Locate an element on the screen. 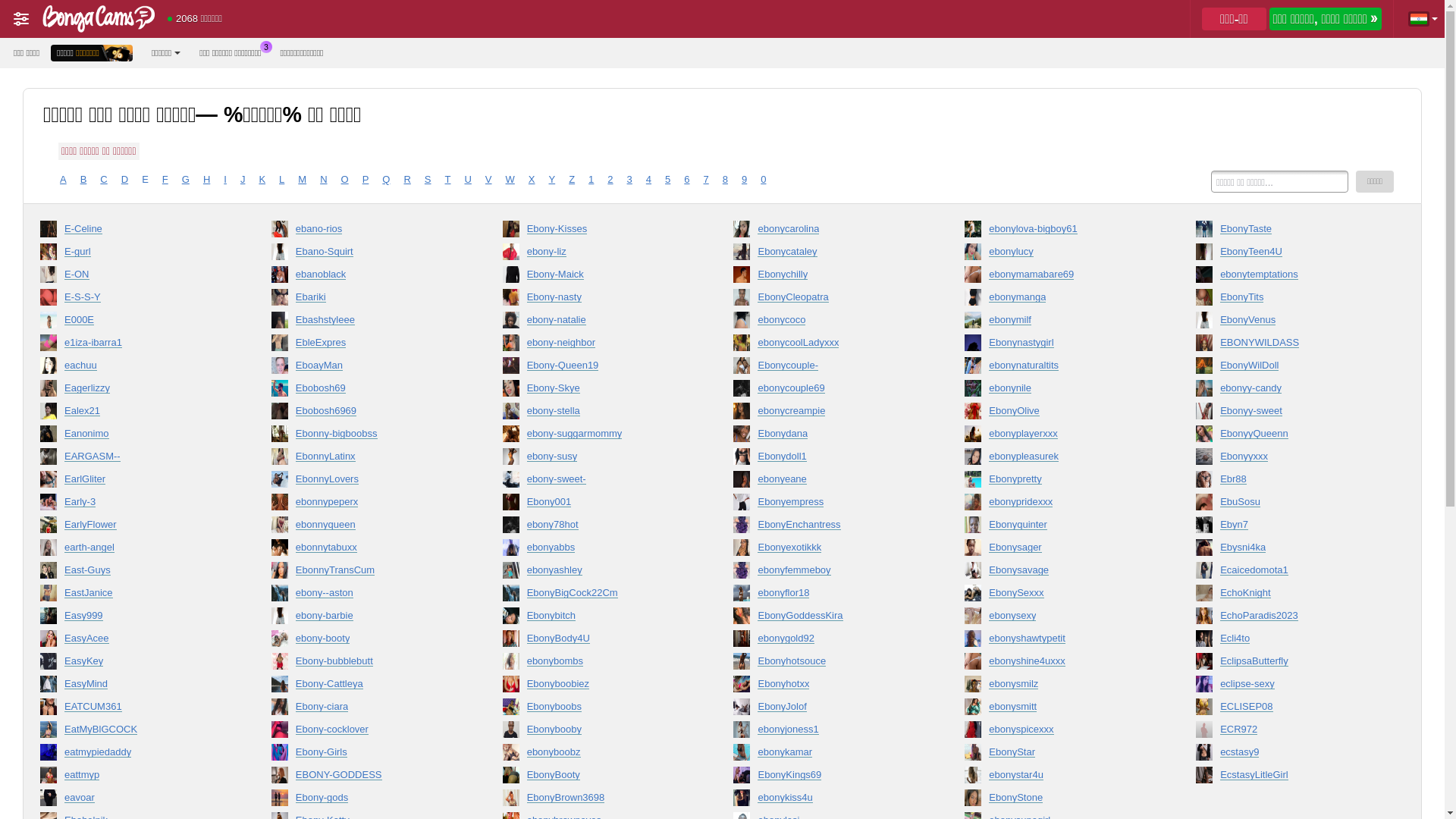 Image resolution: width=1456 pixels, height=819 pixels. 'ebonycreampie' is located at coordinates (826, 414).